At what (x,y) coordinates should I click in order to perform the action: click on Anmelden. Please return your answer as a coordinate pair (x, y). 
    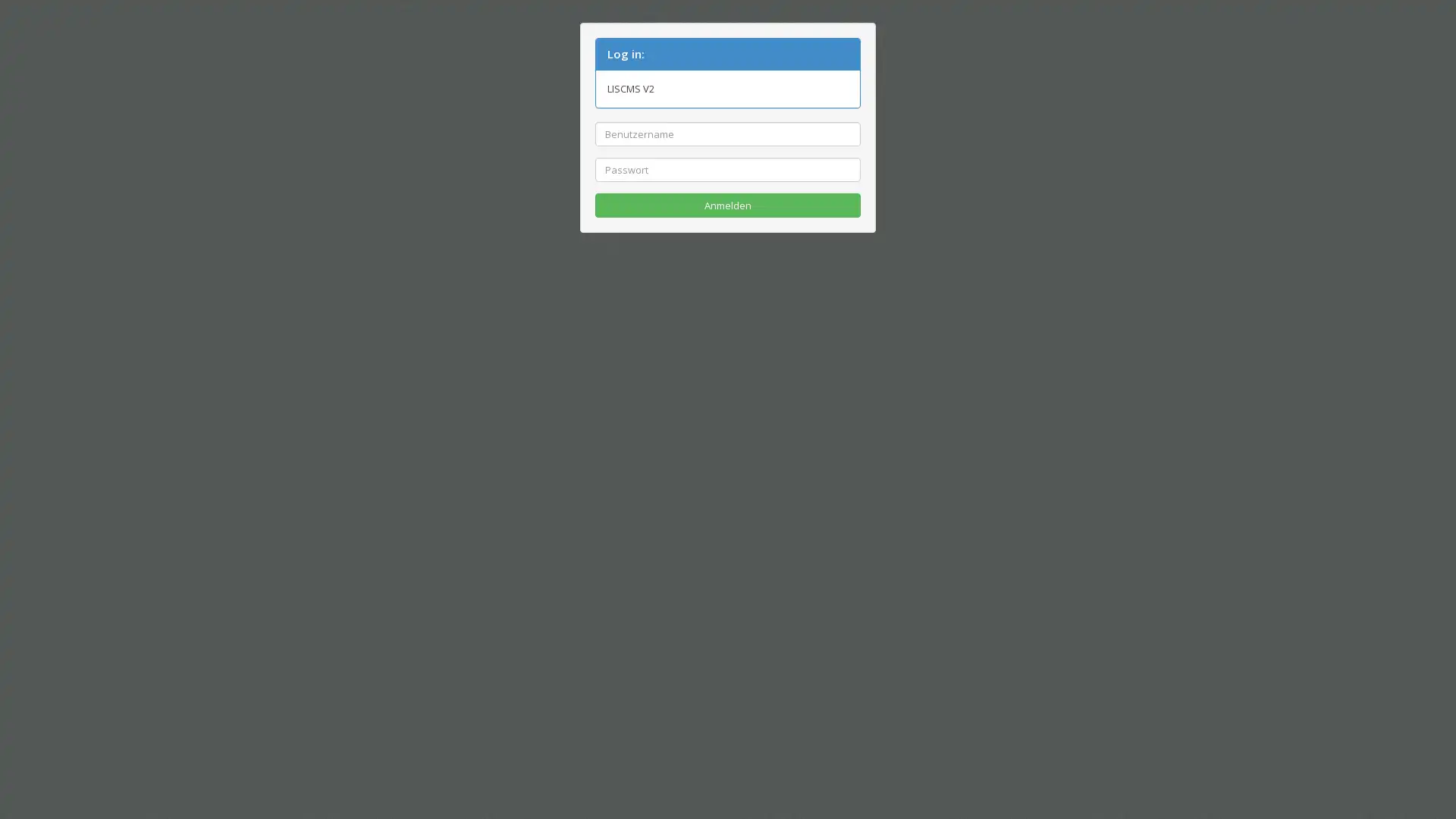
    Looking at the image, I should click on (728, 205).